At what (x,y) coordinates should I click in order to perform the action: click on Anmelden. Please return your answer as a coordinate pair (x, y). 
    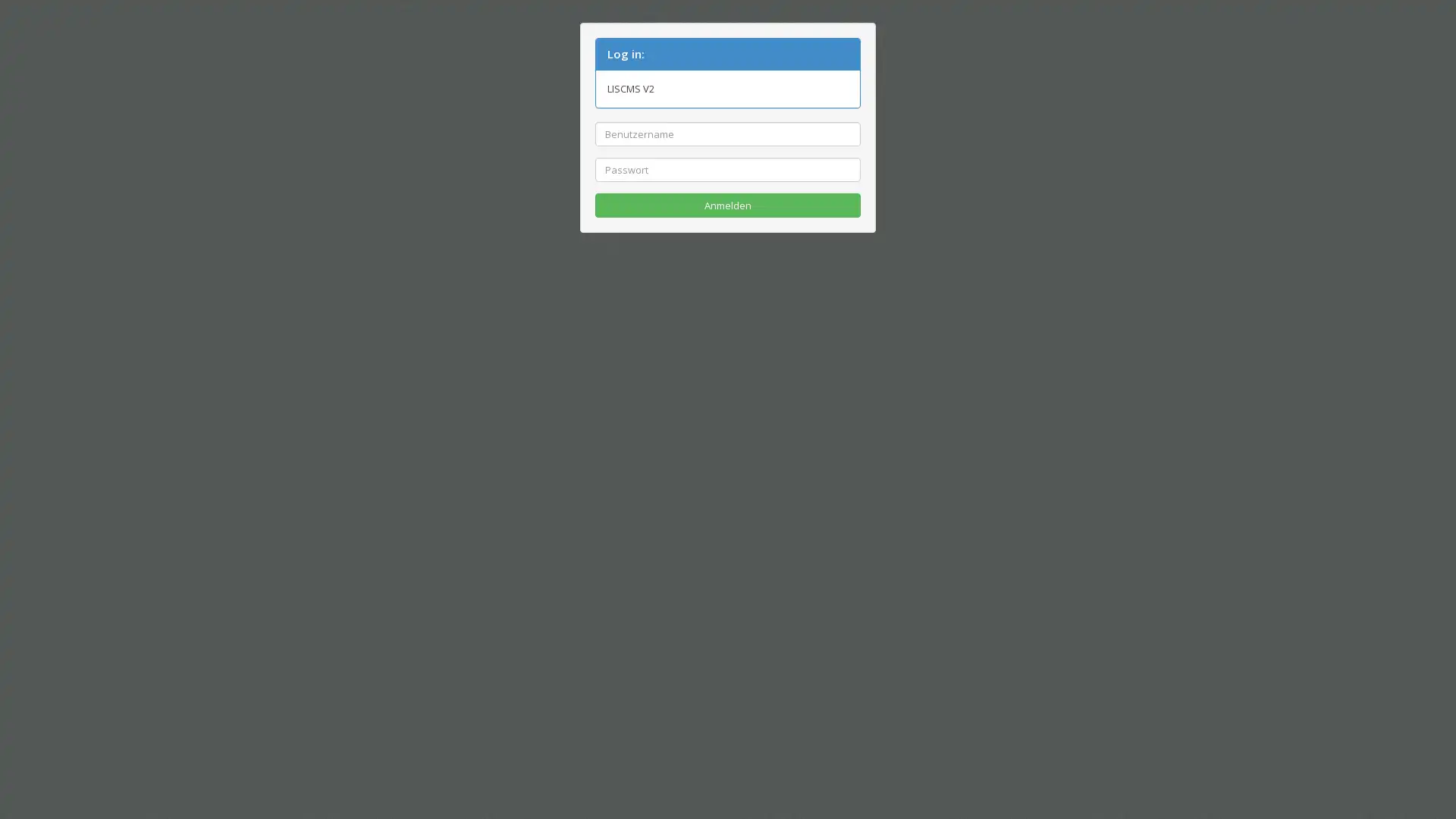
    Looking at the image, I should click on (728, 205).